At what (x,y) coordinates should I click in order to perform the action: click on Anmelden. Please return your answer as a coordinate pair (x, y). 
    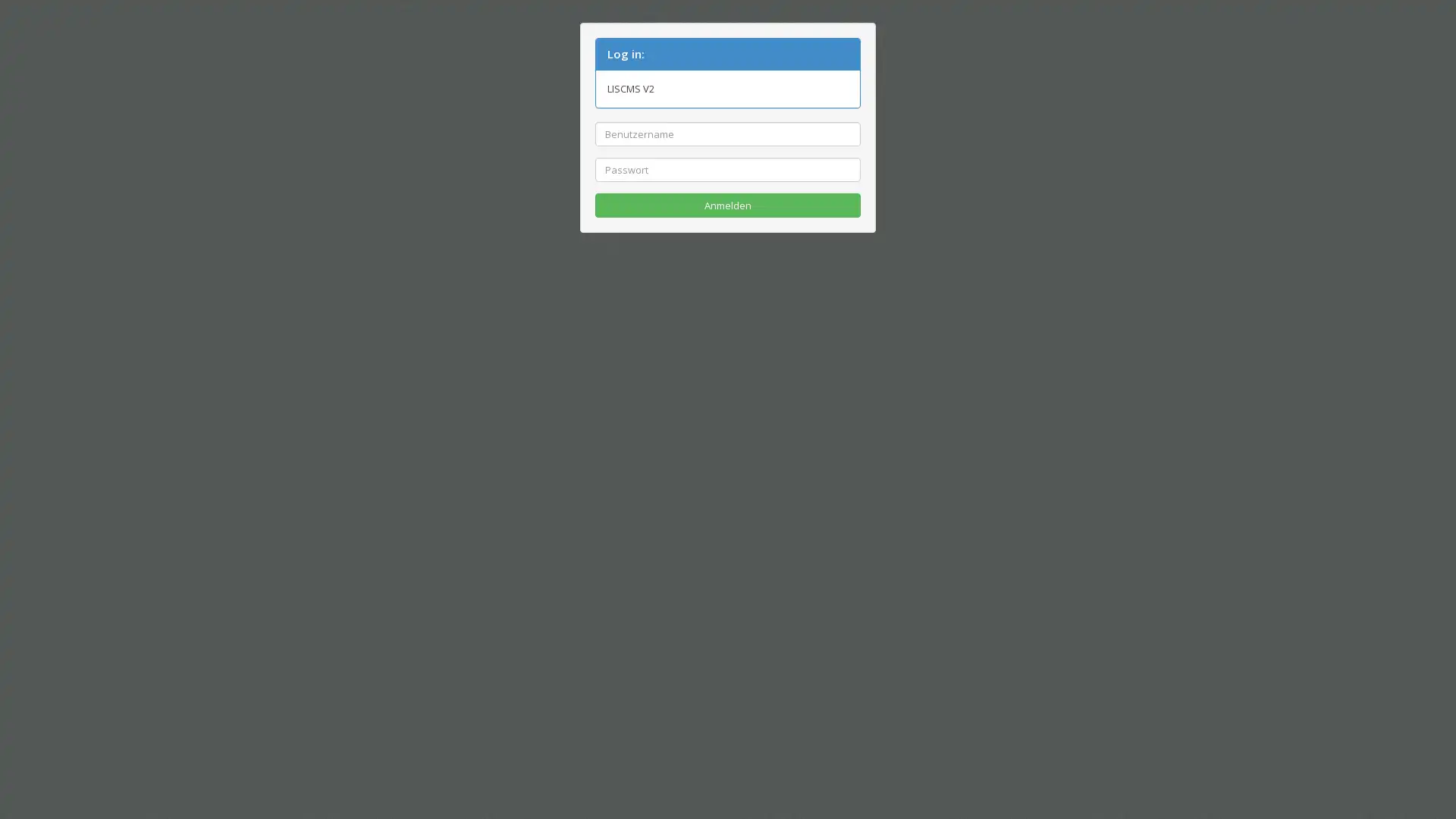
    Looking at the image, I should click on (728, 205).